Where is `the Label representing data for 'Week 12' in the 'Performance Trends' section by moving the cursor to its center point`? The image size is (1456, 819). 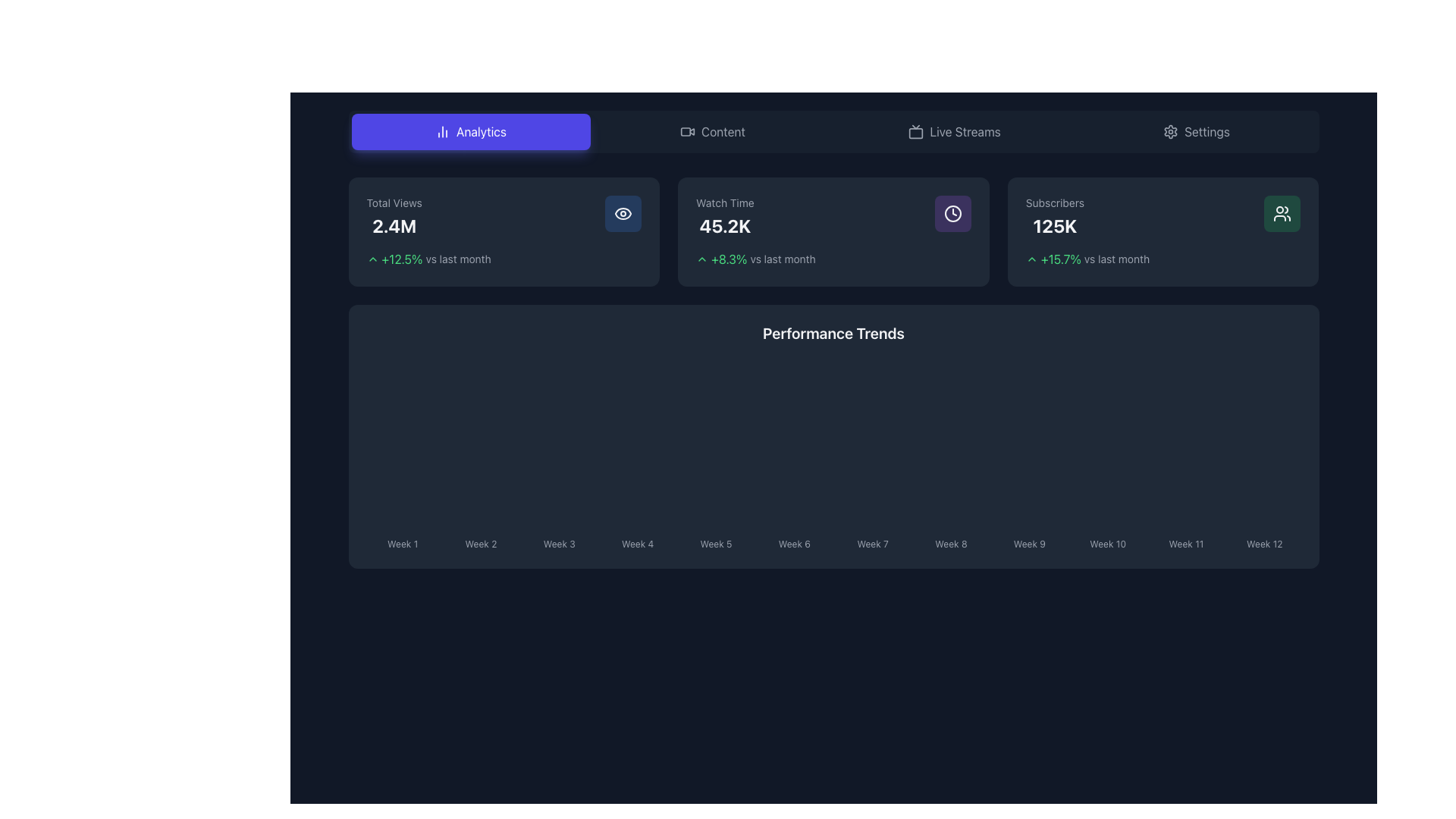
the Label representing data for 'Week 12' in the 'Performance Trends' section by moving the cursor to its center point is located at coordinates (1264, 540).